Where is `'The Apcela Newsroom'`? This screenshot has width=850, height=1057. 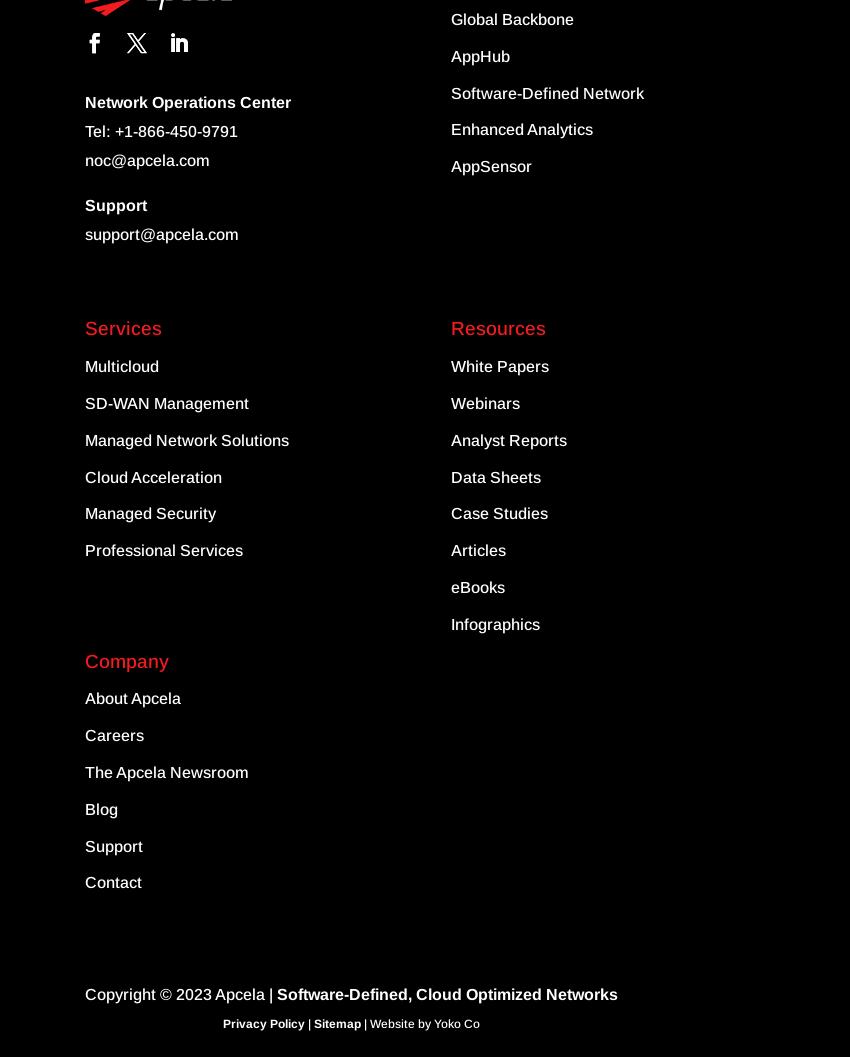 'The Apcela Newsroom' is located at coordinates (167, 772).